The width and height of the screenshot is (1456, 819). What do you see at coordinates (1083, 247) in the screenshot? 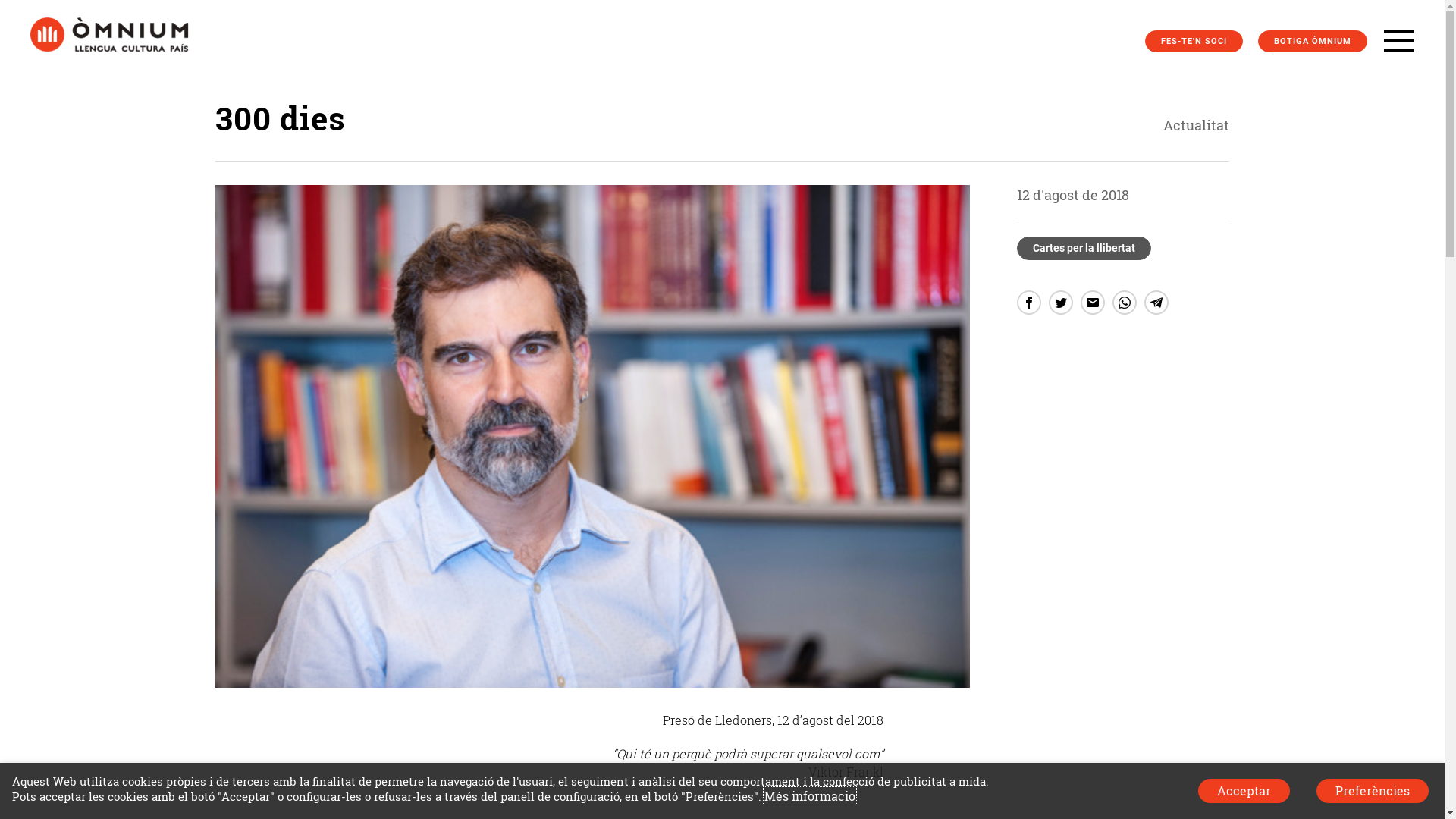
I see `'Cartes per la llibertat'` at bounding box center [1083, 247].